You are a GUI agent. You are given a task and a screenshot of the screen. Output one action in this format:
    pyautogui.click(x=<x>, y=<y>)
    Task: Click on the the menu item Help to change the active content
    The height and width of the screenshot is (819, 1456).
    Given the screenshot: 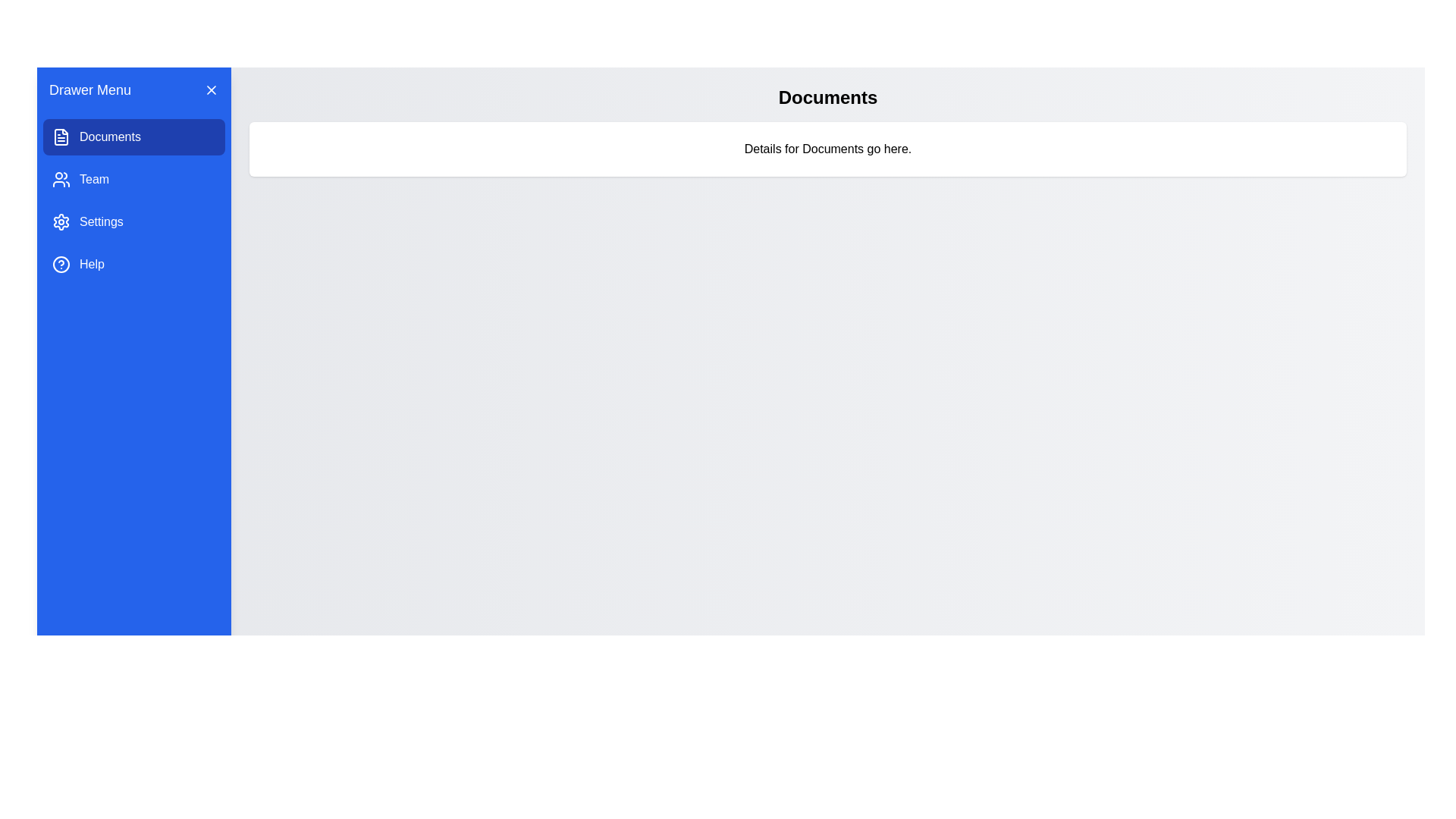 What is the action you would take?
    pyautogui.click(x=134, y=263)
    